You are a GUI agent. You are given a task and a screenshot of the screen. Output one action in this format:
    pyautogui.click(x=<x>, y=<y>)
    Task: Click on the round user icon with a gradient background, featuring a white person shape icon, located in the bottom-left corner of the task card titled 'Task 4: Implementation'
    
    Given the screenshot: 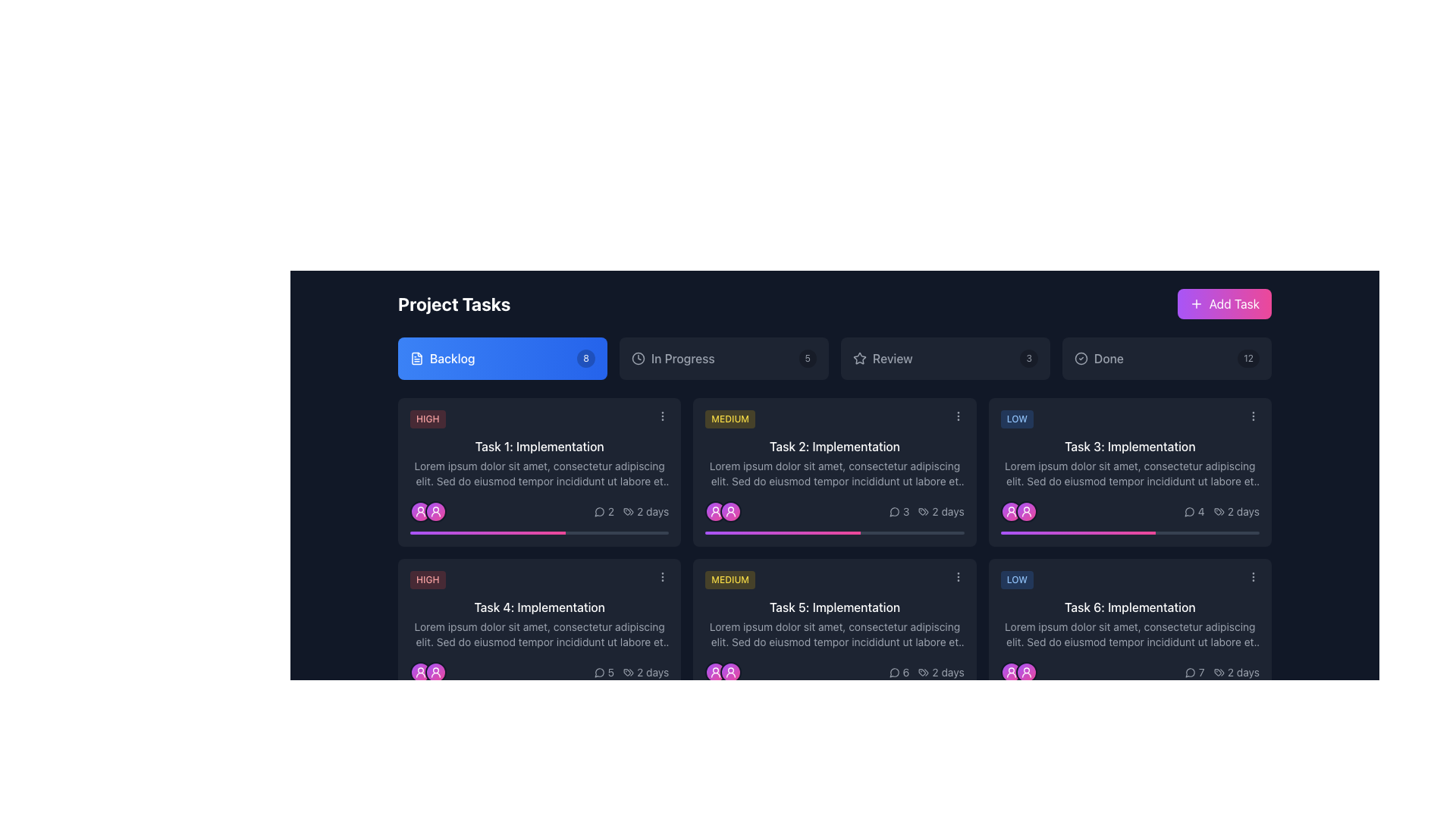 What is the action you would take?
    pyautogui.click(x=435, y=672)
    